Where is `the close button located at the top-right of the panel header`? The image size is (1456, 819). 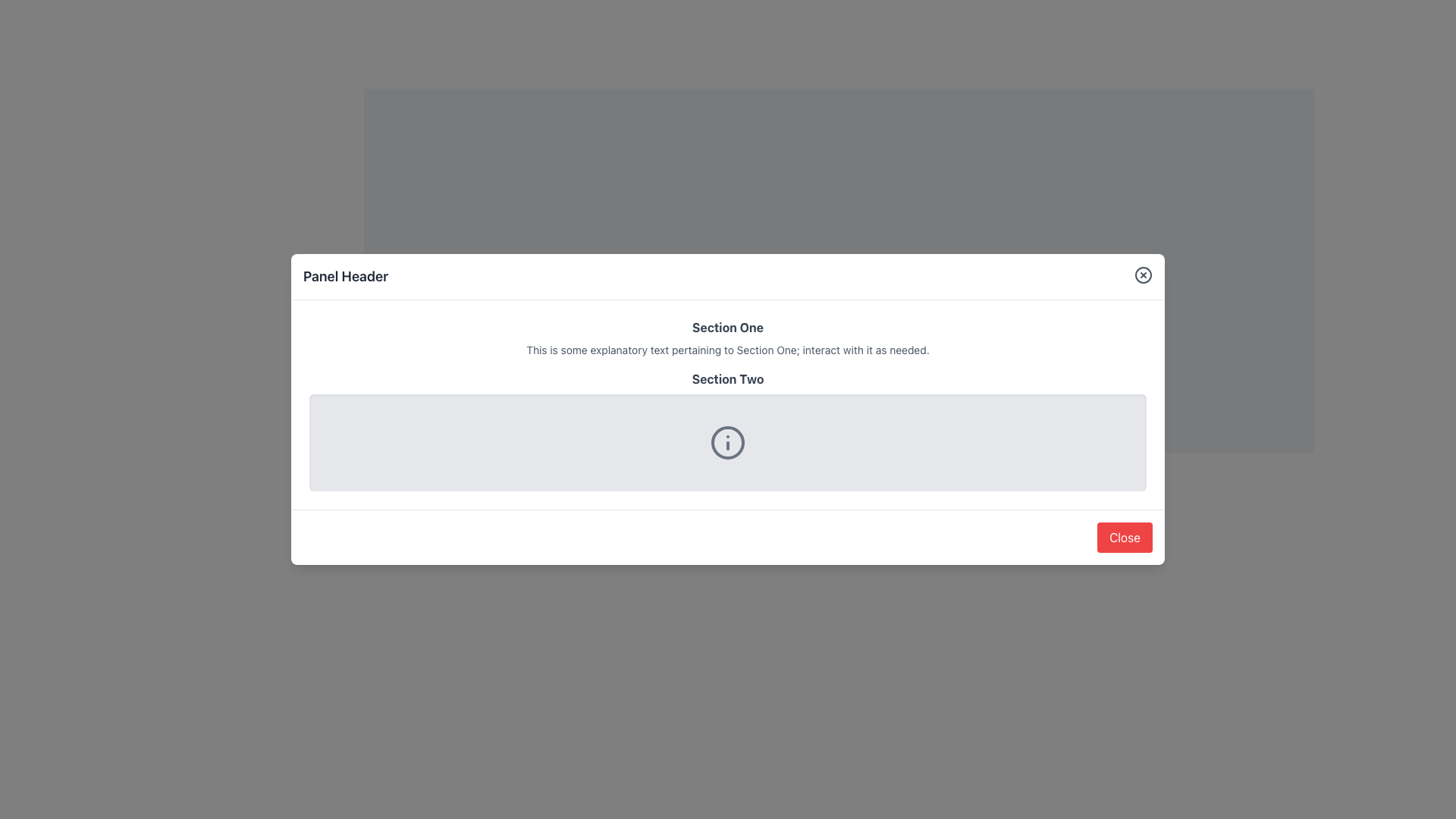
the close button located at the top-right of the panel header is located at coordinates (1143, 275).